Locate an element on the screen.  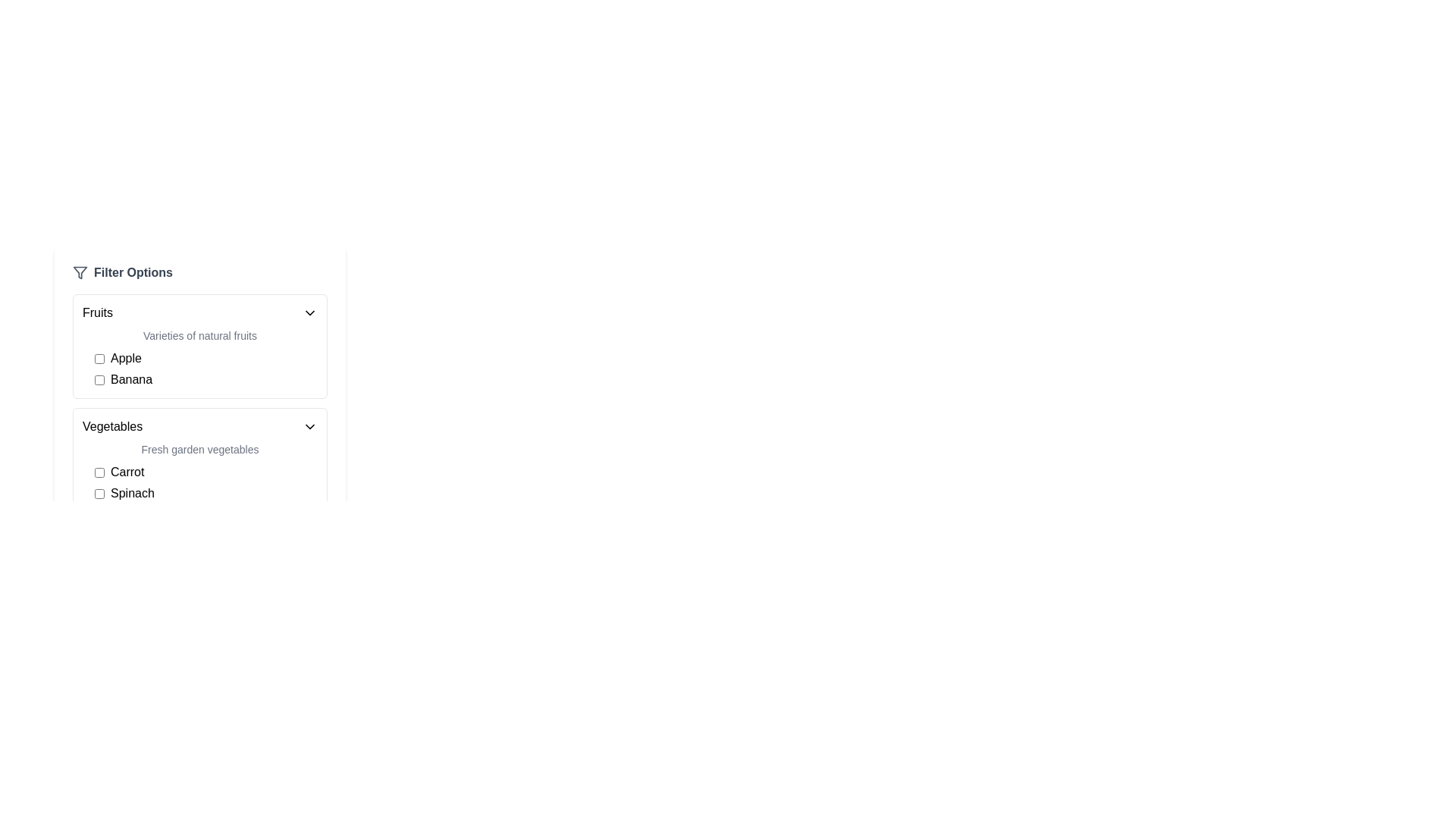
the Dropdown toggle icon located at the bottom-right corner of the 'Vegetables' section header is located at coordinates (309, 427).